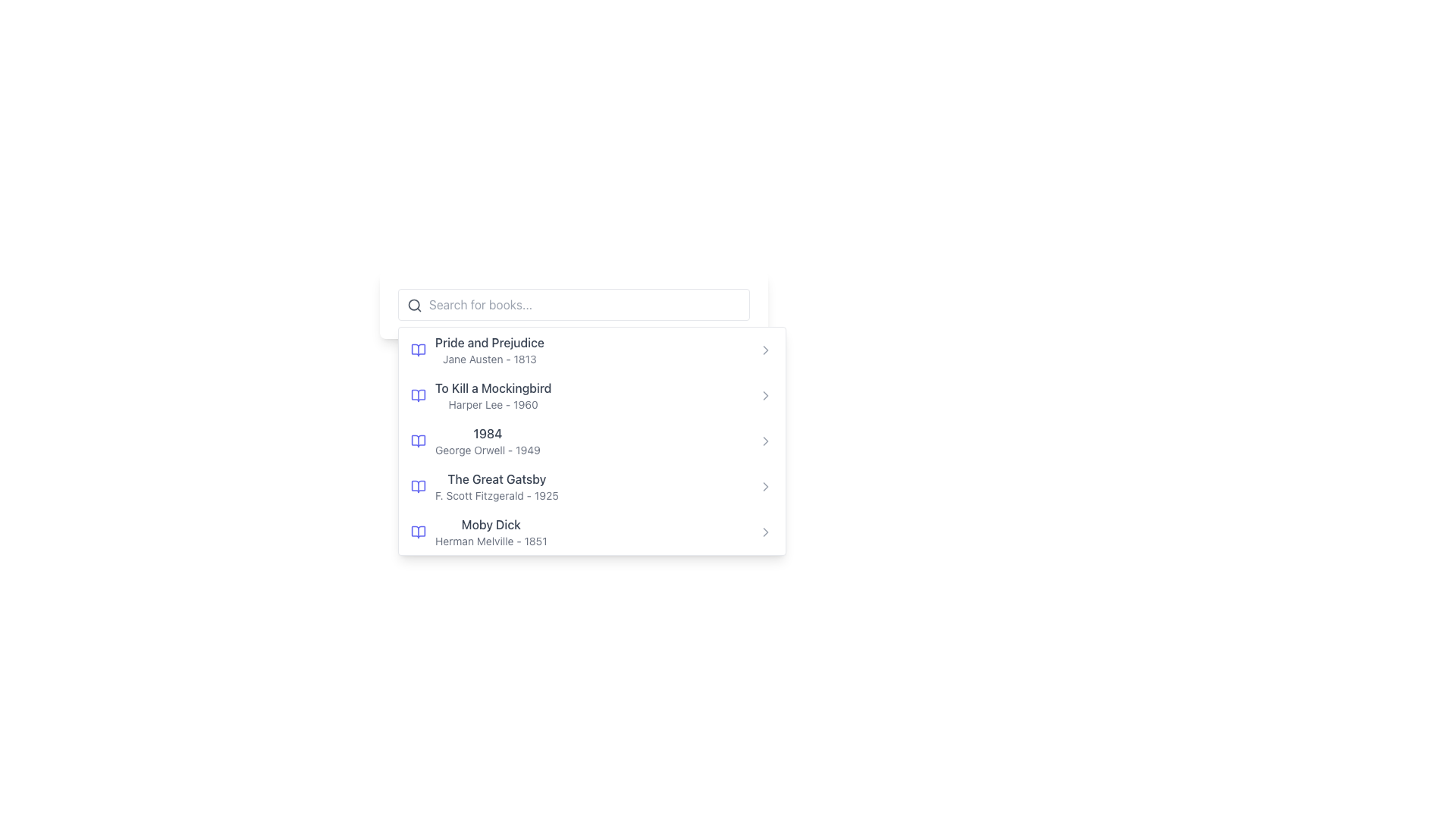  Describe the element at coordinates (497, 486) in the screenshot. I see `the Text Display element that shows information about the book 'The Great Gatsby', which is the fourth item in the vertical list of books, positioned between '1984' by George Orwell and 'Moby Dick' by Herman Melville` at that location.